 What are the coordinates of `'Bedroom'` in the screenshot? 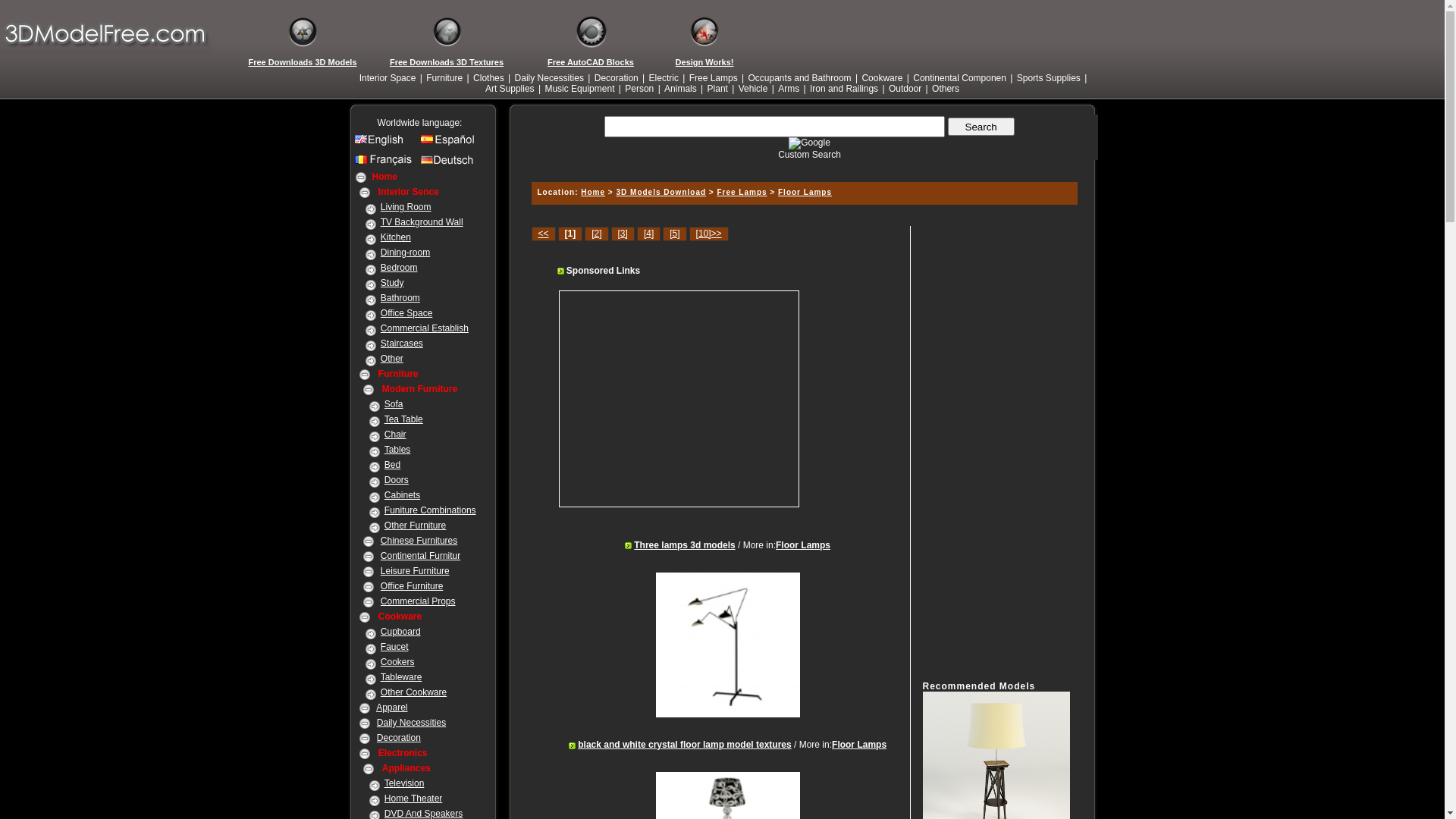 It's located at (399, 267).